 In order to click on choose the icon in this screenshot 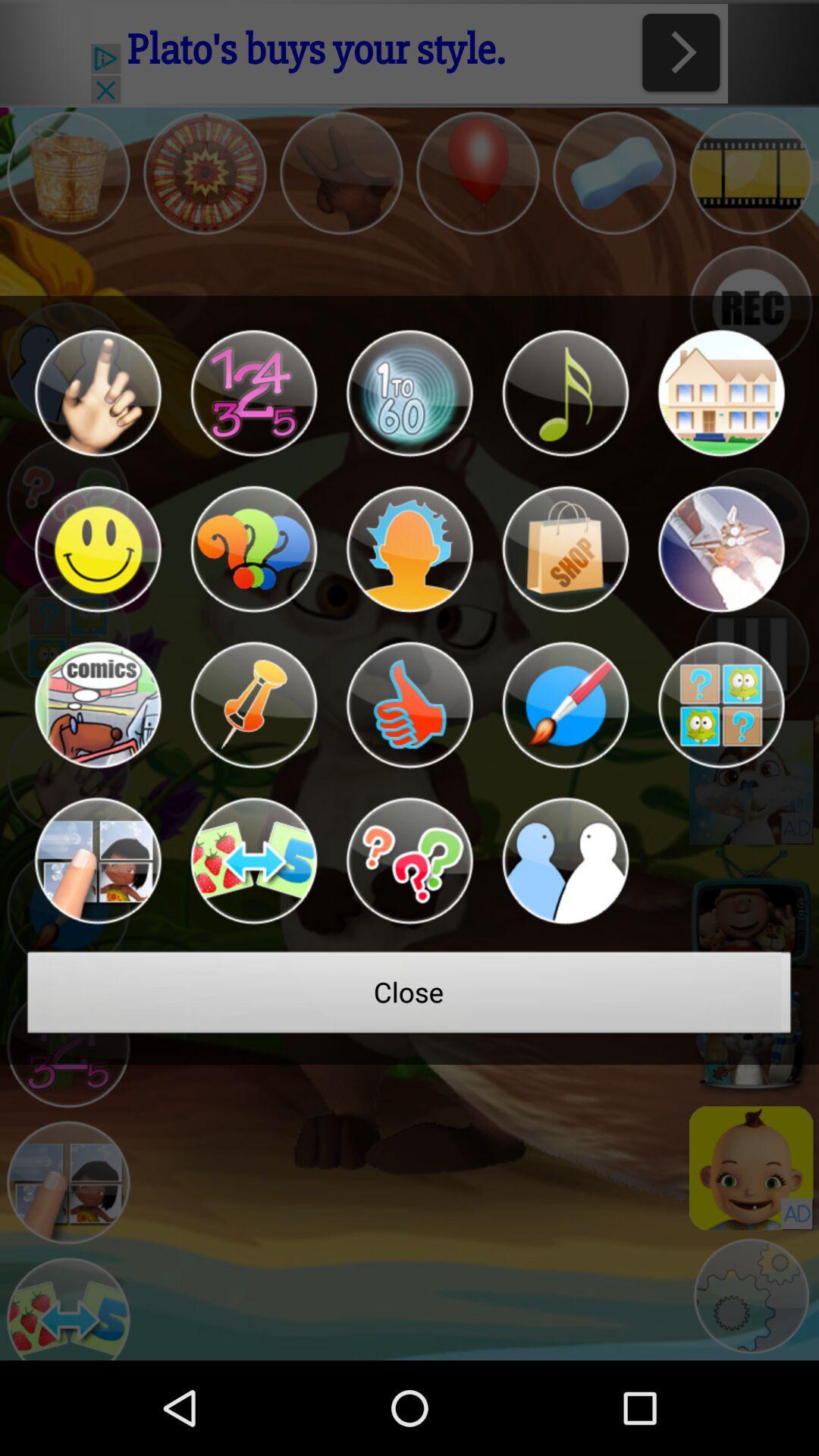, I will do `click(409, 548)`.